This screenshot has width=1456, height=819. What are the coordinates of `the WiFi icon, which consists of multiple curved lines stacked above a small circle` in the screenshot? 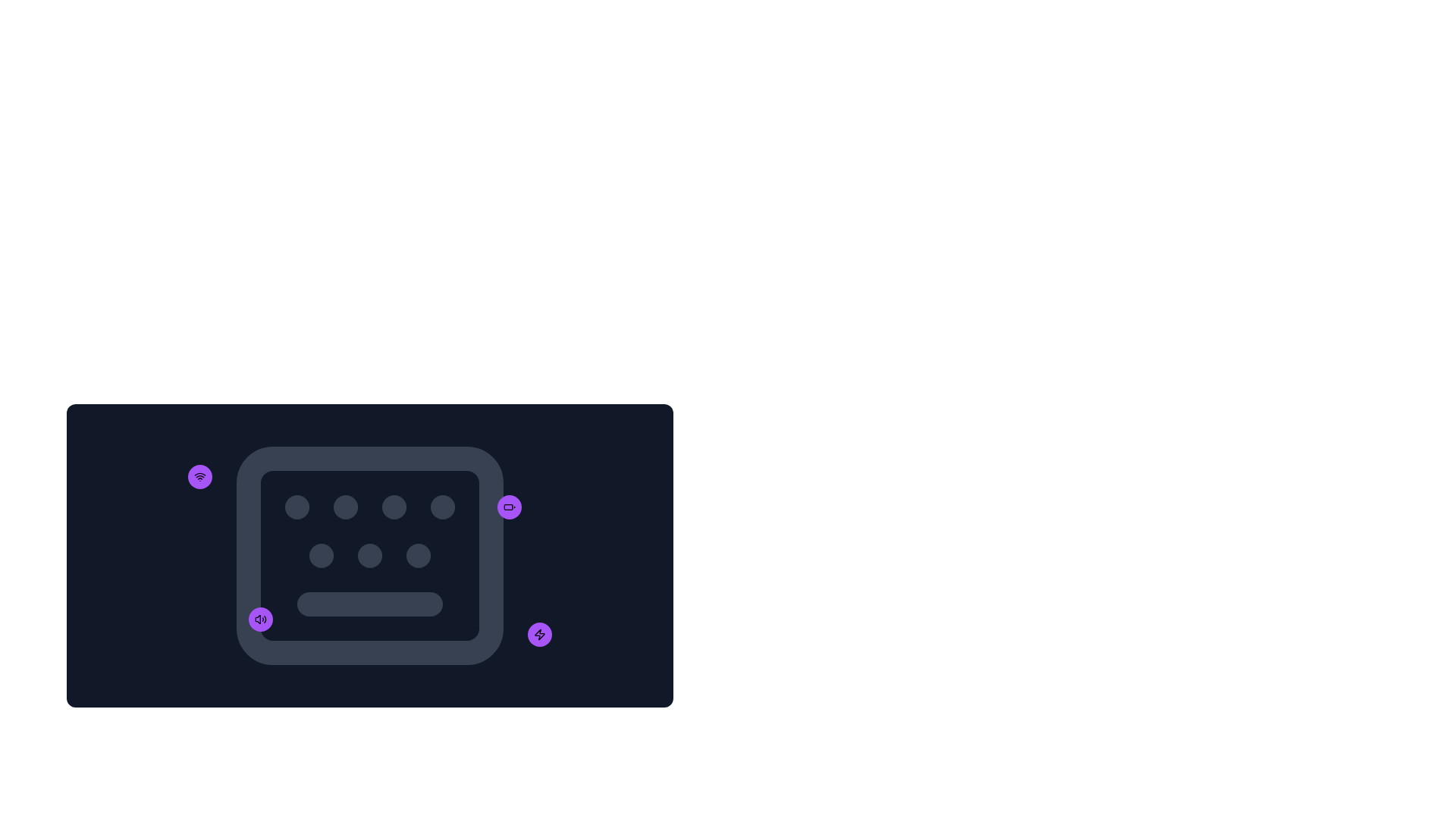 It's located at (199, 475).